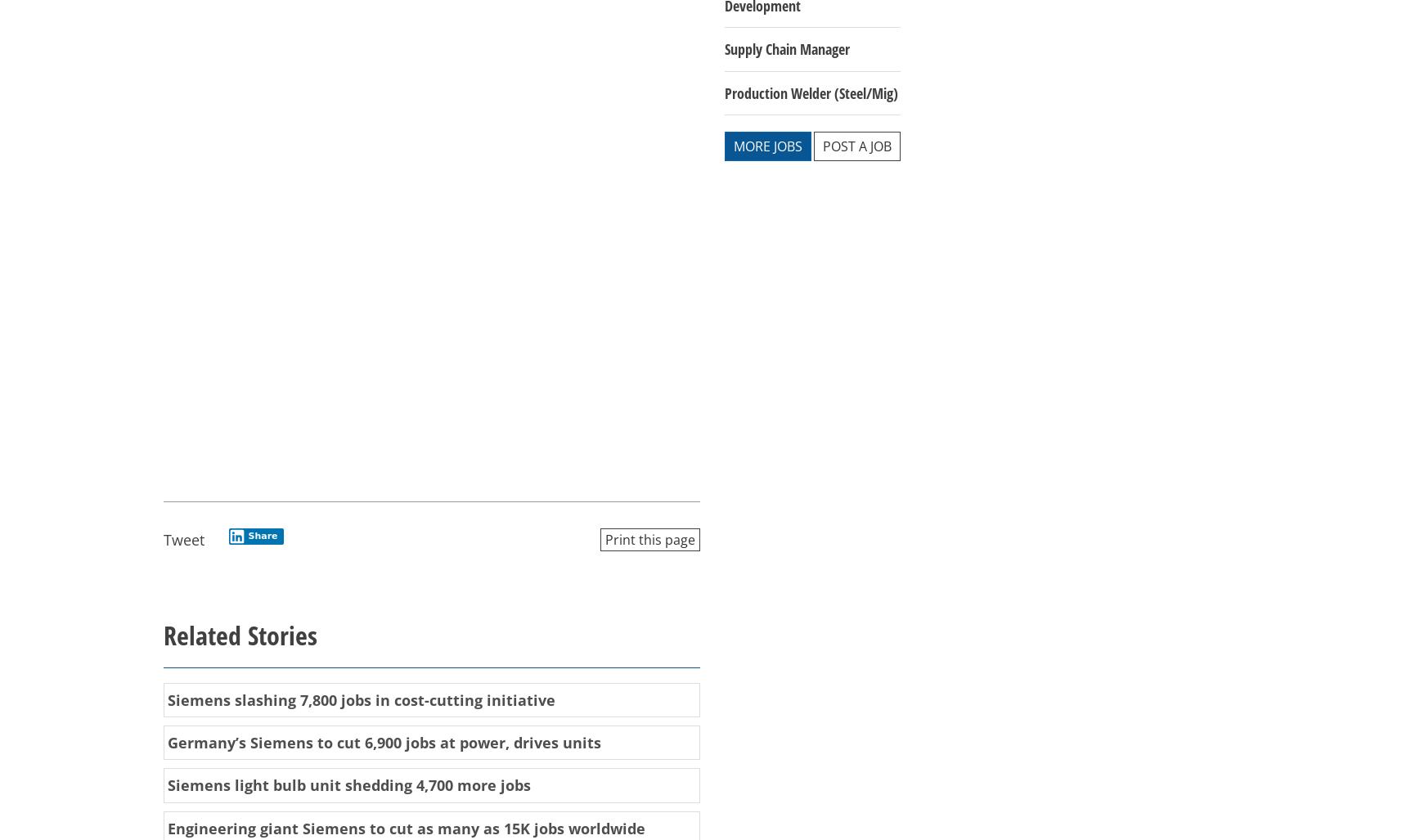 The height and width of the screenshot is (840, 1411). I want to click on 'Tweet', so click(183, 538).